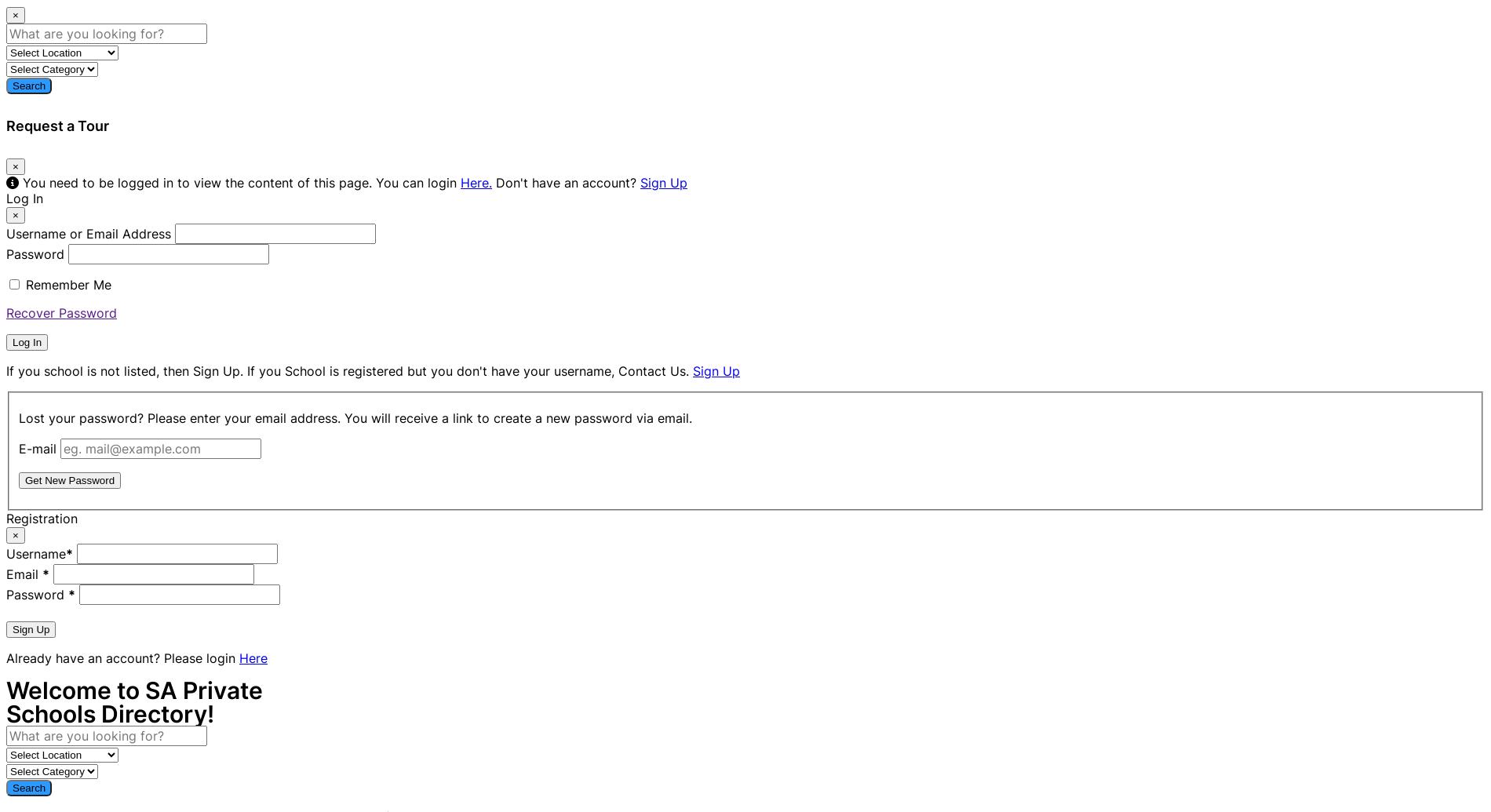 This screenshot has height=812, width=1491. Describe the element at coordinates (492, 182) in the screenshot. I see `'Don't have an account?'` at that location.